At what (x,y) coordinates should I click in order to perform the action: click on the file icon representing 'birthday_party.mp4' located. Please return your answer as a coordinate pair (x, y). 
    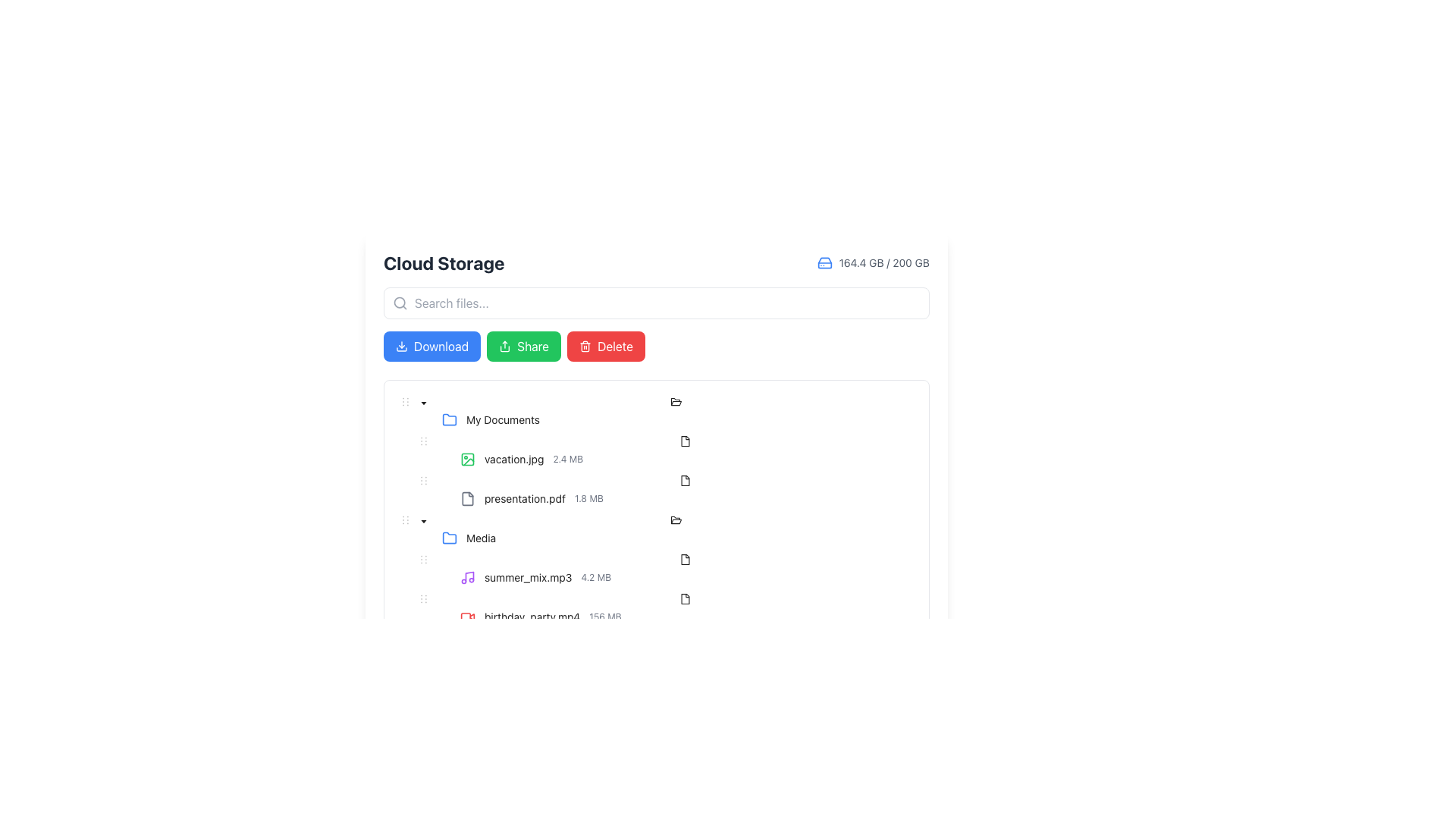
    Looking at the image, I should click on (684, 598).